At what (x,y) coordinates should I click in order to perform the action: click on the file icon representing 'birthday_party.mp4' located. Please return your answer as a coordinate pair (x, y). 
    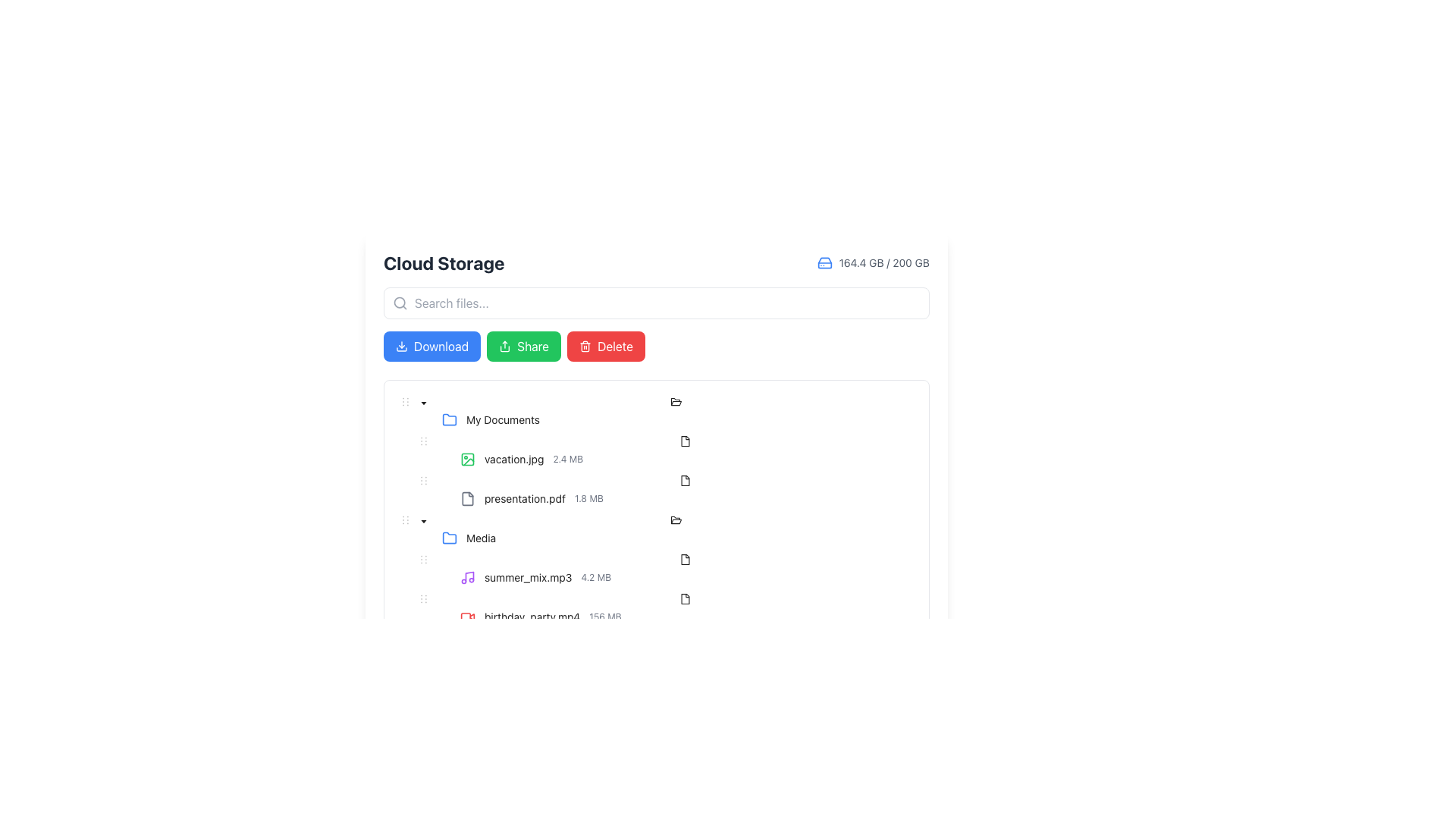
    Looking at the image, I should click on (684, 598).